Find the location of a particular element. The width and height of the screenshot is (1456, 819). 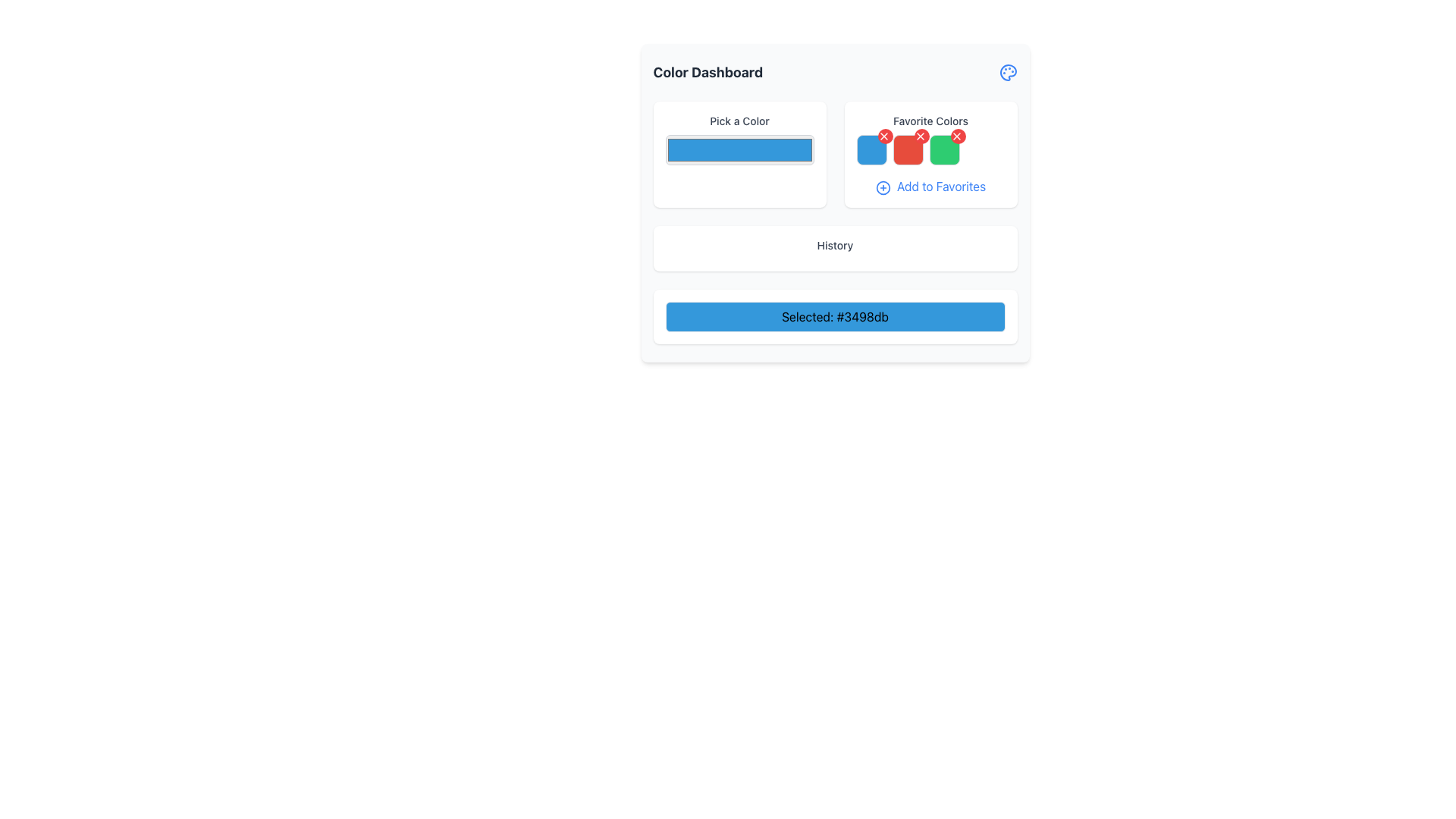

the small circular red button with a white 'X' icon at the top-right corner of the red square in the 'Favorite Colors' section is located at coordinates (885, 136).